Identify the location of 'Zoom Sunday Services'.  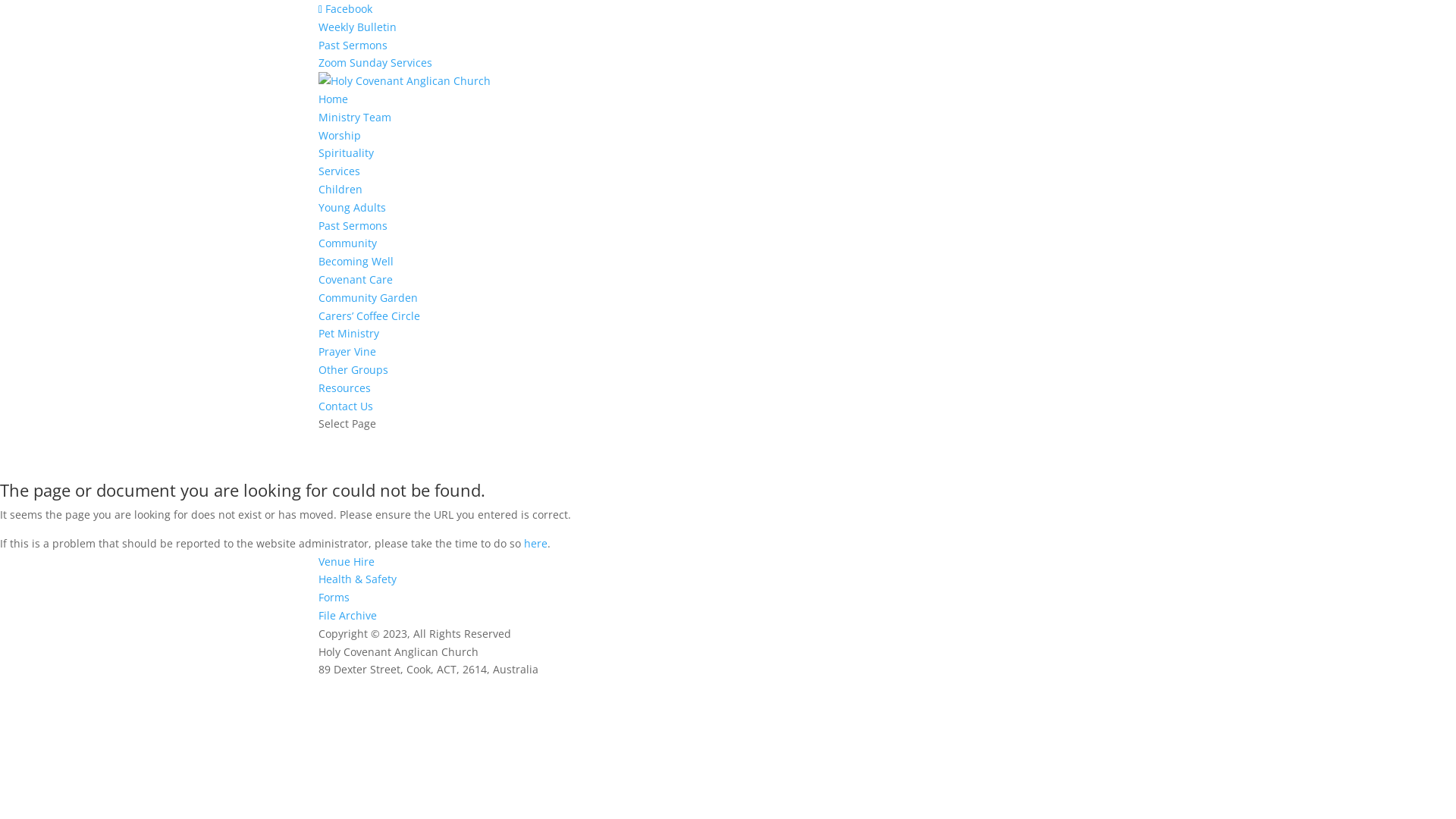
(375, 61).